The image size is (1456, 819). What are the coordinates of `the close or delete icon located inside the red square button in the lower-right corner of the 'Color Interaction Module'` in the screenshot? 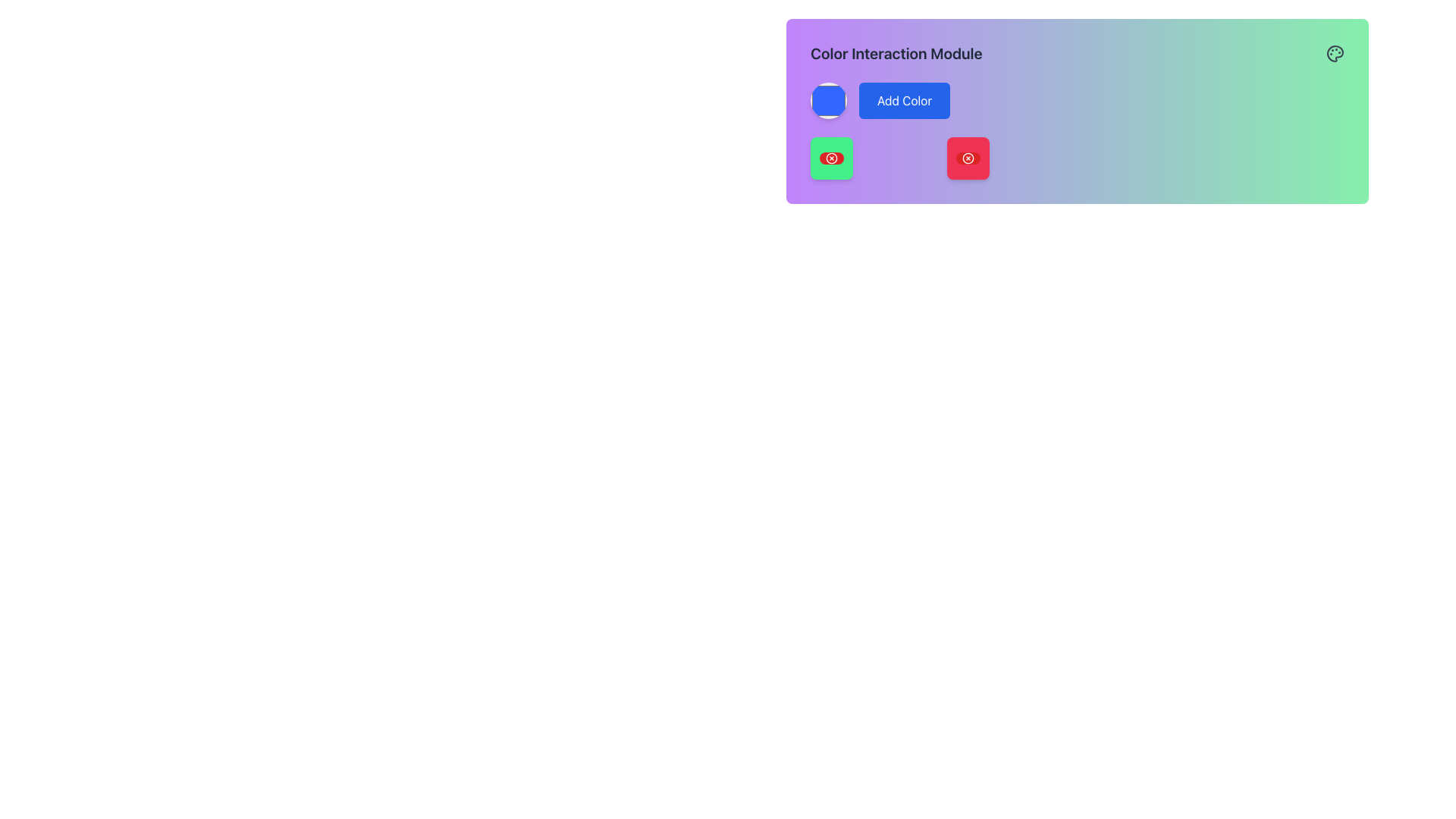 It's located at (967, 158).